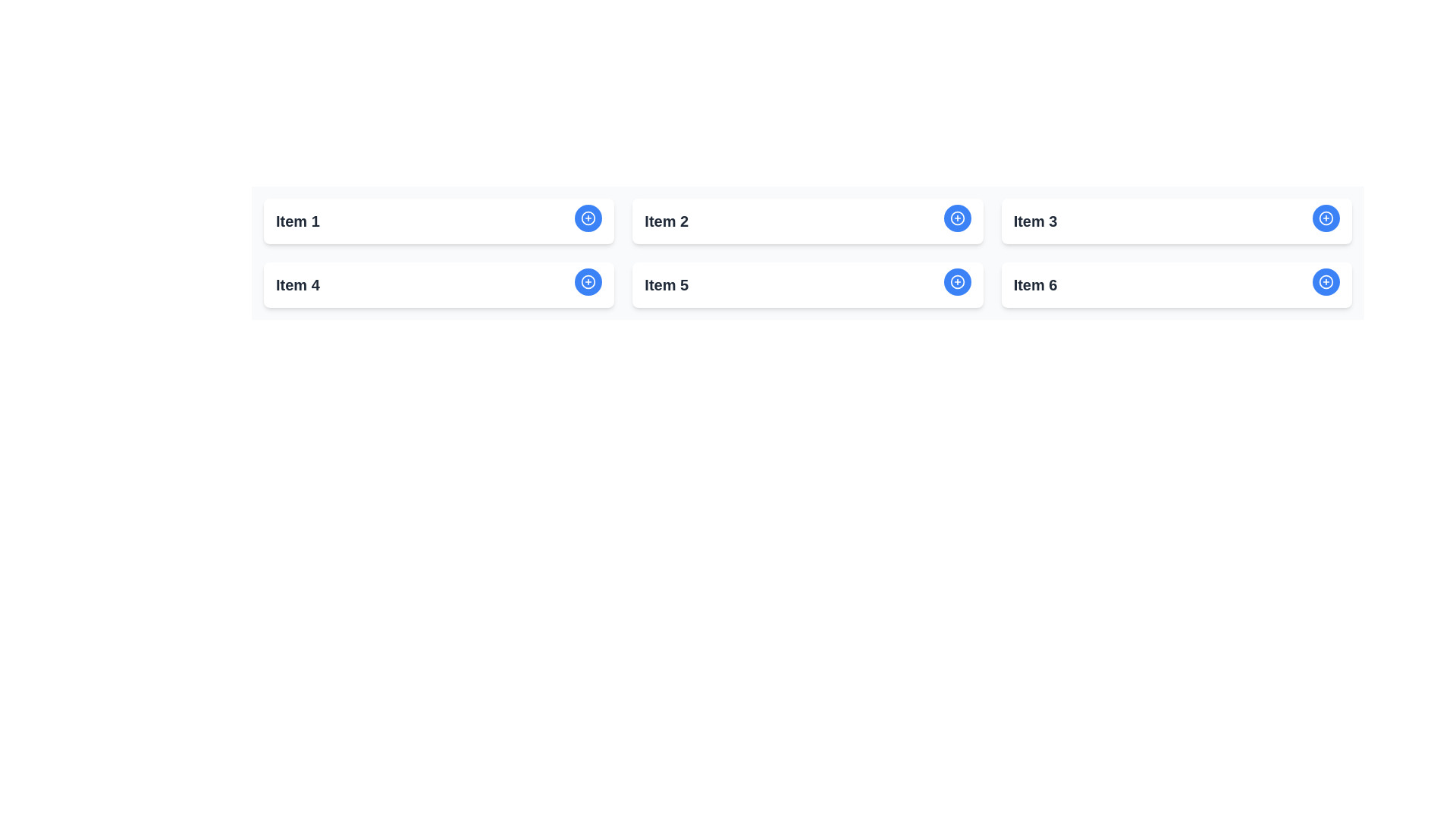 This screenshot has height=819, width=1456. Describe the element at coordinates (956, 281) in the screenshot. I see `the blue circular icon button on the right side of Item 5` at that location.